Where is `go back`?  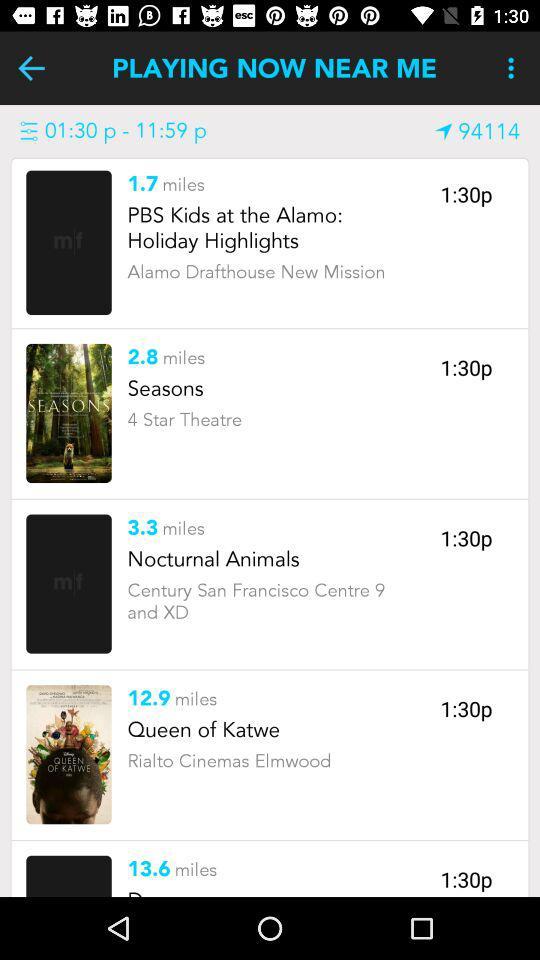
go back is located at coordinates (30, 68).